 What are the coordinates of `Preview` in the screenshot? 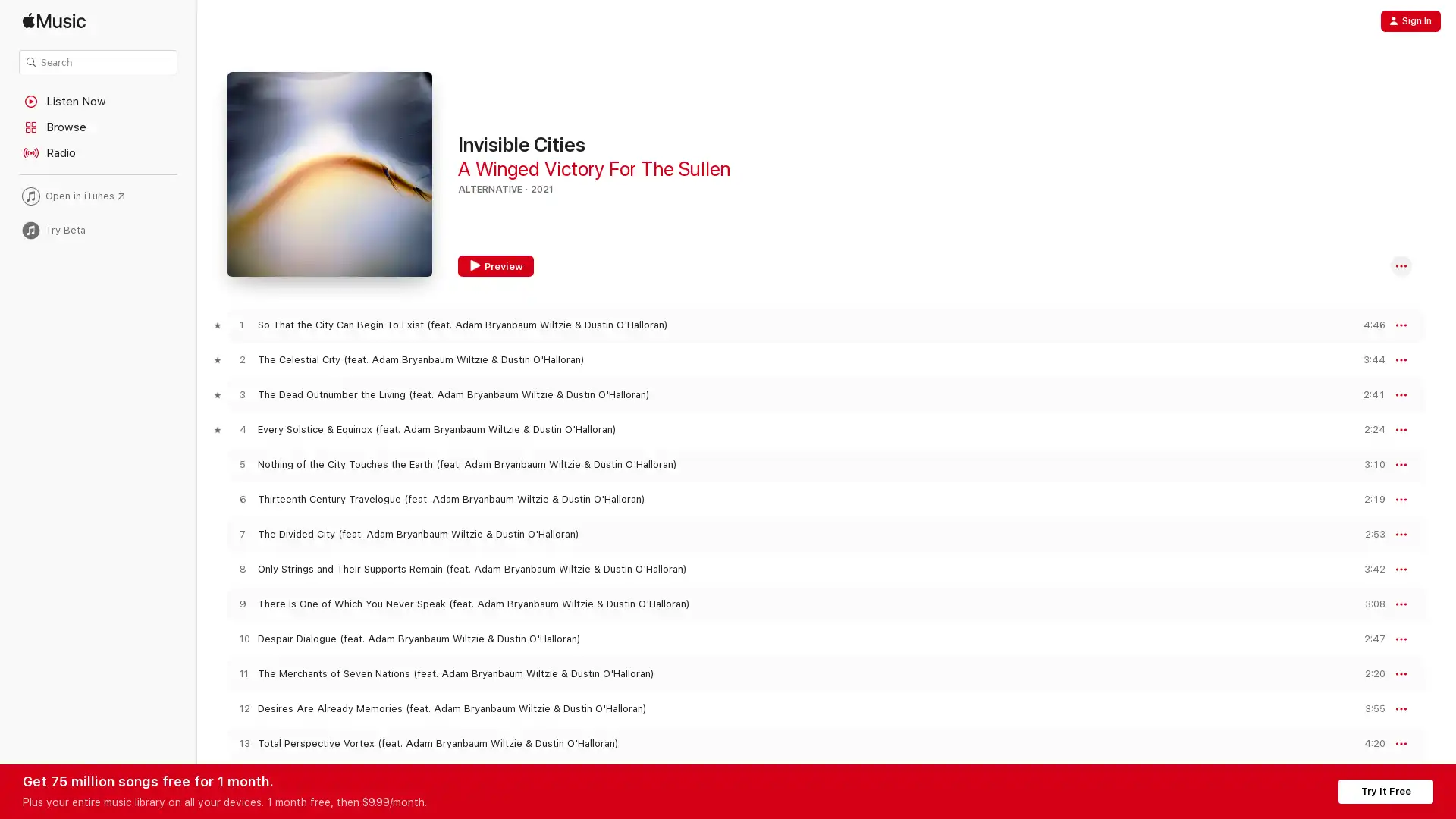 It's located at (1368, 394).